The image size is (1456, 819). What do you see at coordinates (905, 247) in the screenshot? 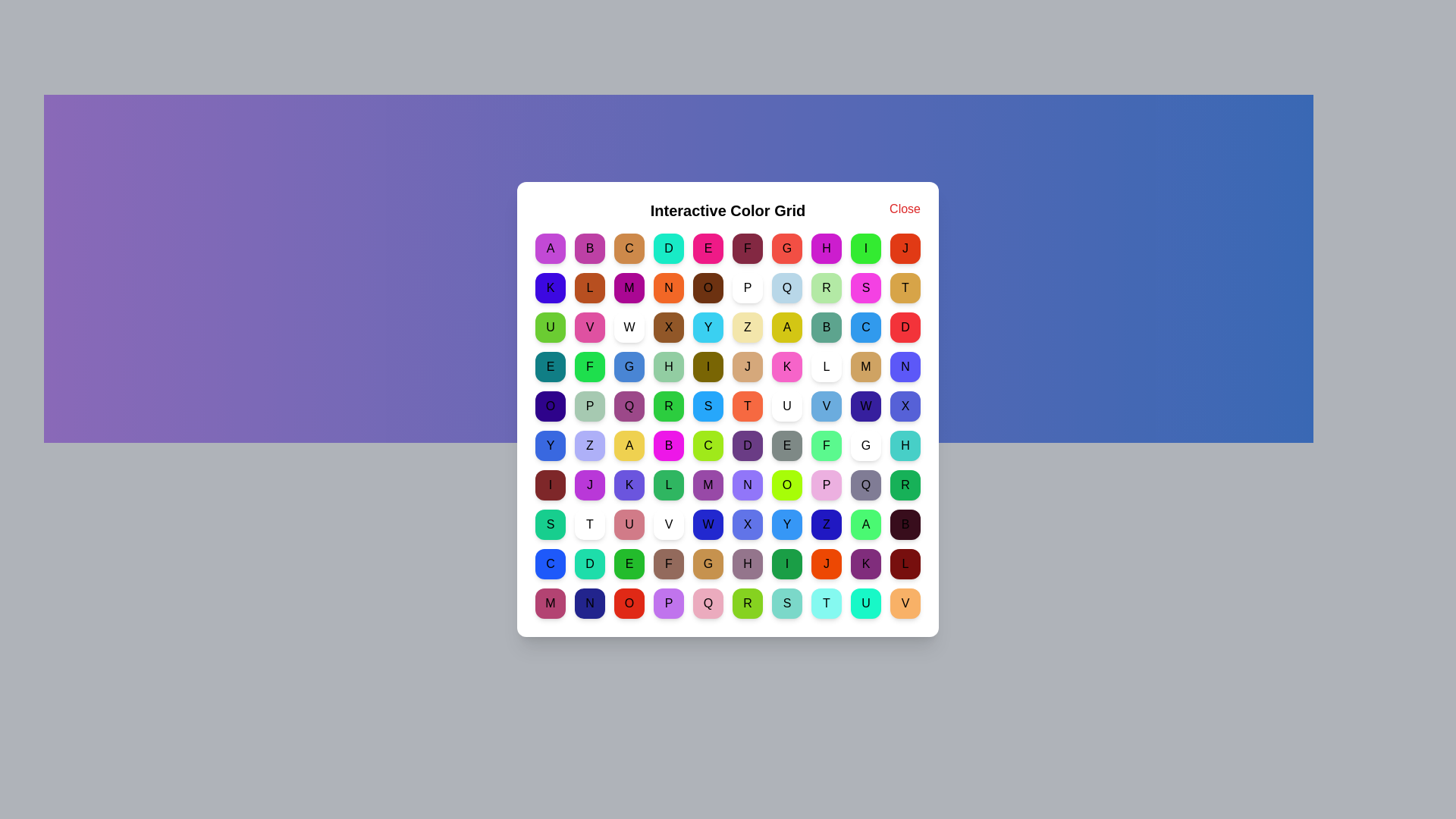
I see `the grid cell labeled J to view its color message` at bounding box center [905, 247].